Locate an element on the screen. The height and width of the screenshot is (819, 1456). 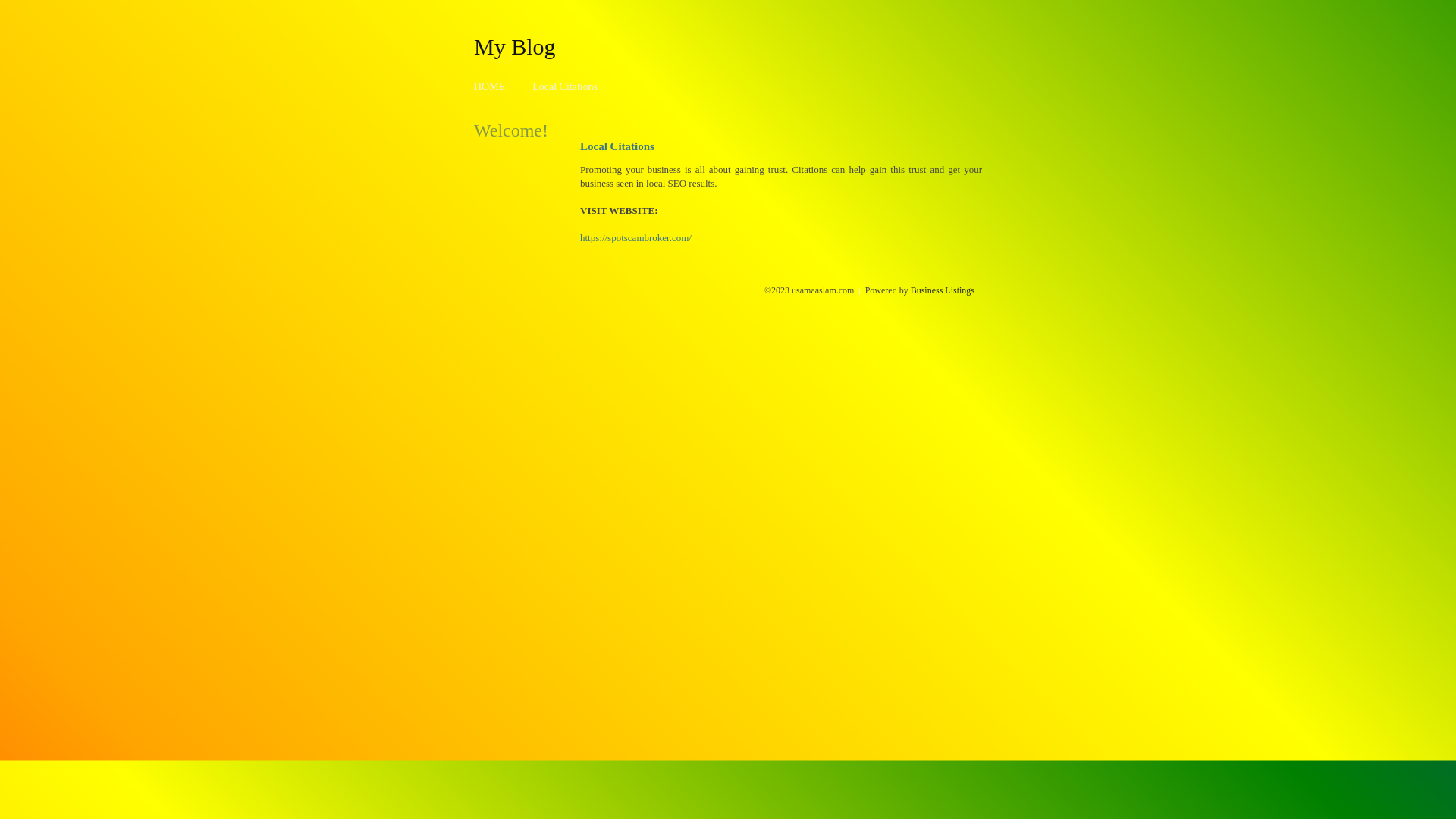
'https://spotscambroker.com/' is located at coordinates (635, 237).